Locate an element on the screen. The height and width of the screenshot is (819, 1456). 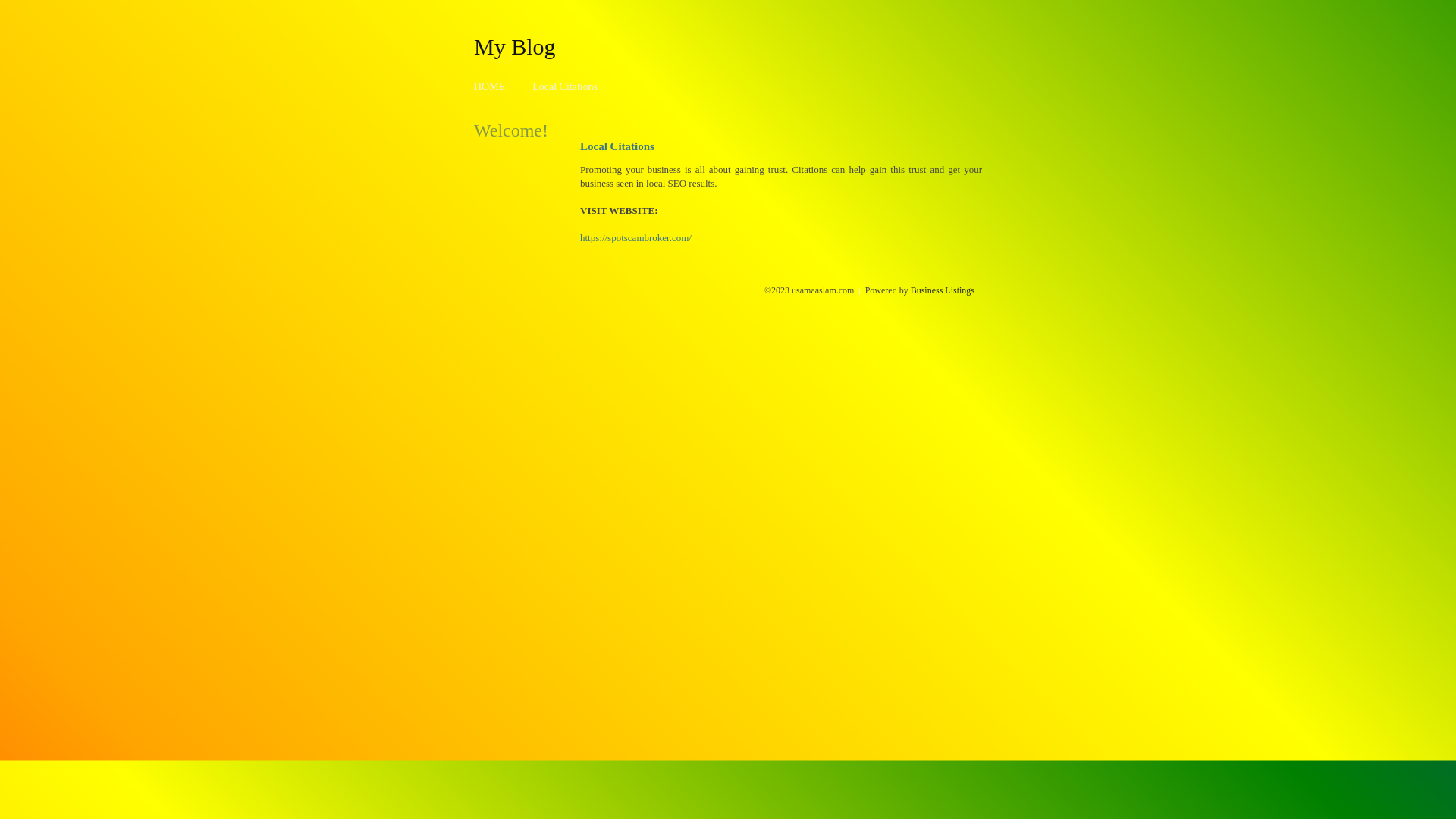
'https://spotscambroker.com/' is located at coordinates (635, 237).